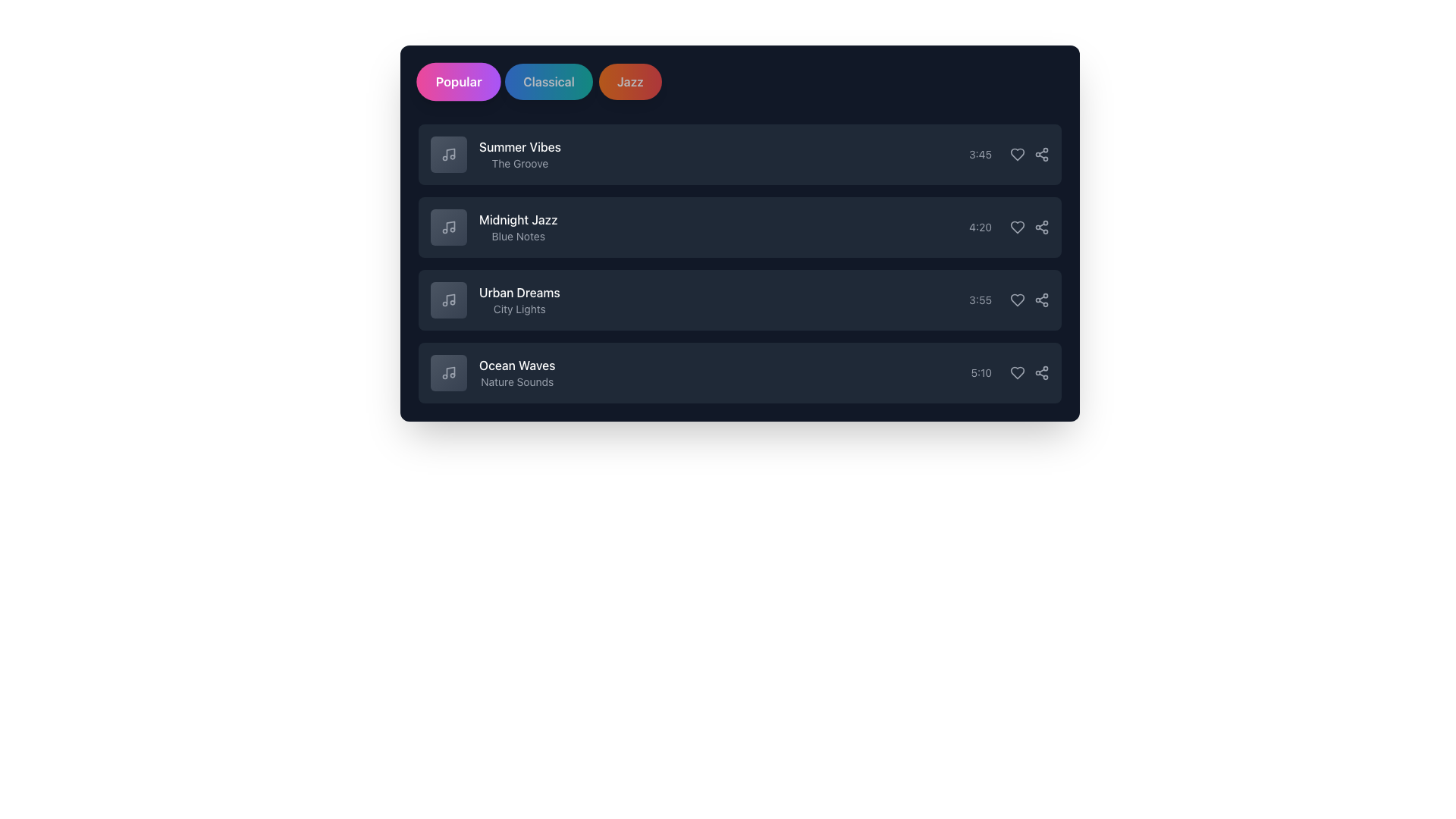 This screenshot has height=819, width=1456. What do you see at coordinates (447, 227) in the screenshot?
I see `design details of the musical note icon, which is a square with rounded corners and a gradient background, located in the 'Midnight Jazz' row` at bounding box center [447, 227].